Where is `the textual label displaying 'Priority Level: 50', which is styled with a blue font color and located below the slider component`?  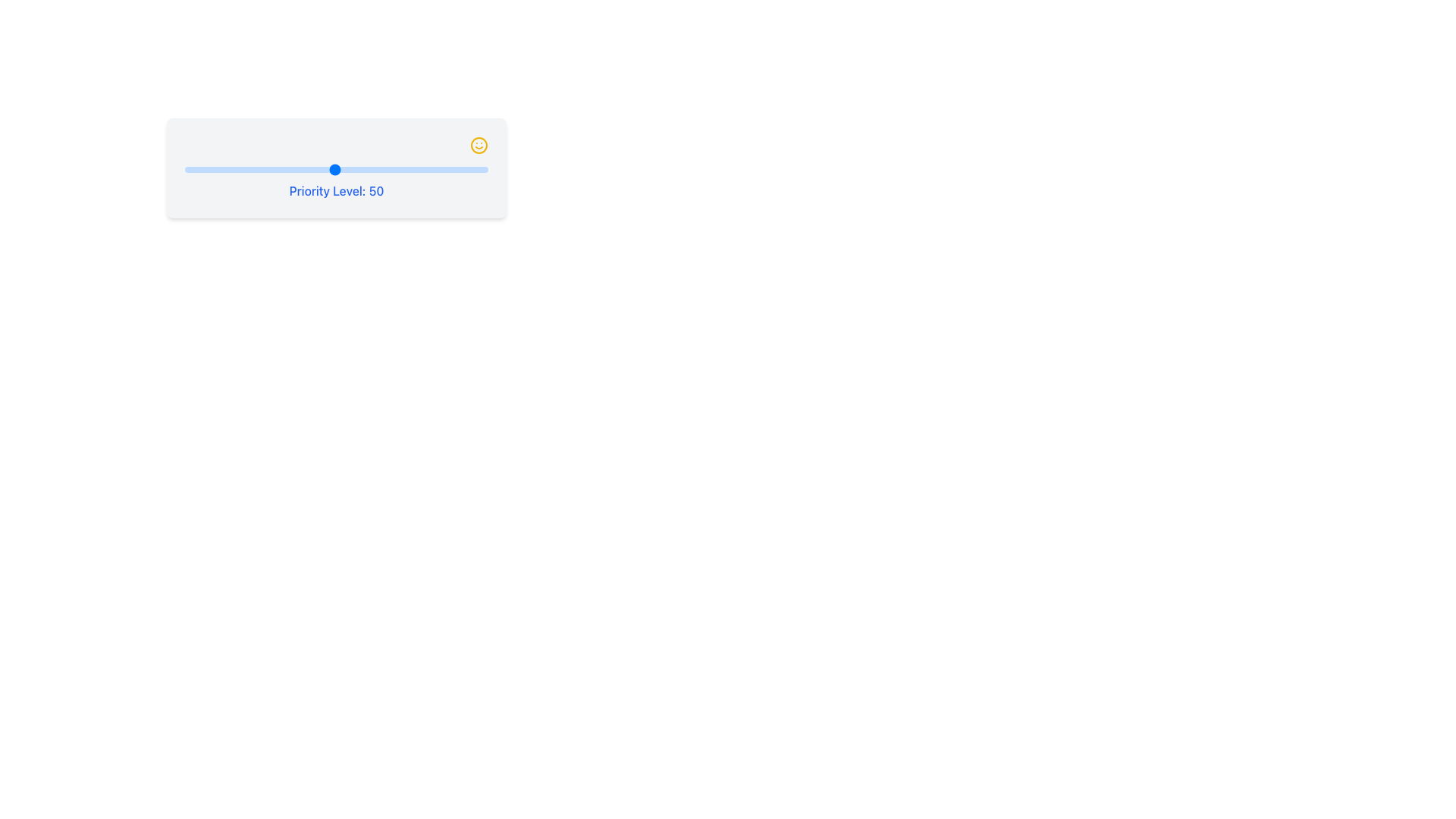 the textual label displaying 'Priority Level: 50', which is styled with a blue font color and located below the slider component is located at coordinates (335, 190).